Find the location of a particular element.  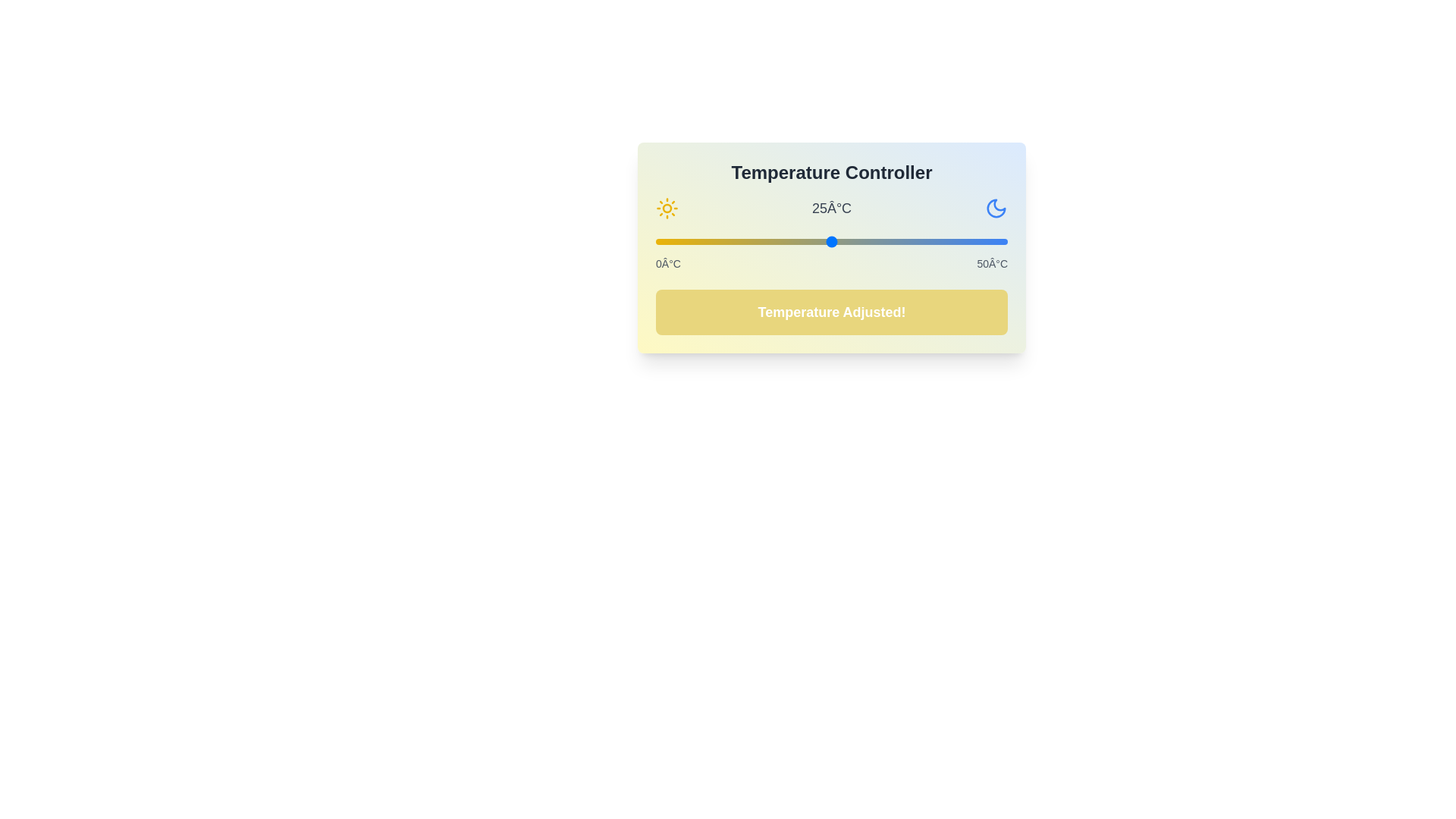

the slider to set the temperature to 35°C is located at coordinates (902, 241).